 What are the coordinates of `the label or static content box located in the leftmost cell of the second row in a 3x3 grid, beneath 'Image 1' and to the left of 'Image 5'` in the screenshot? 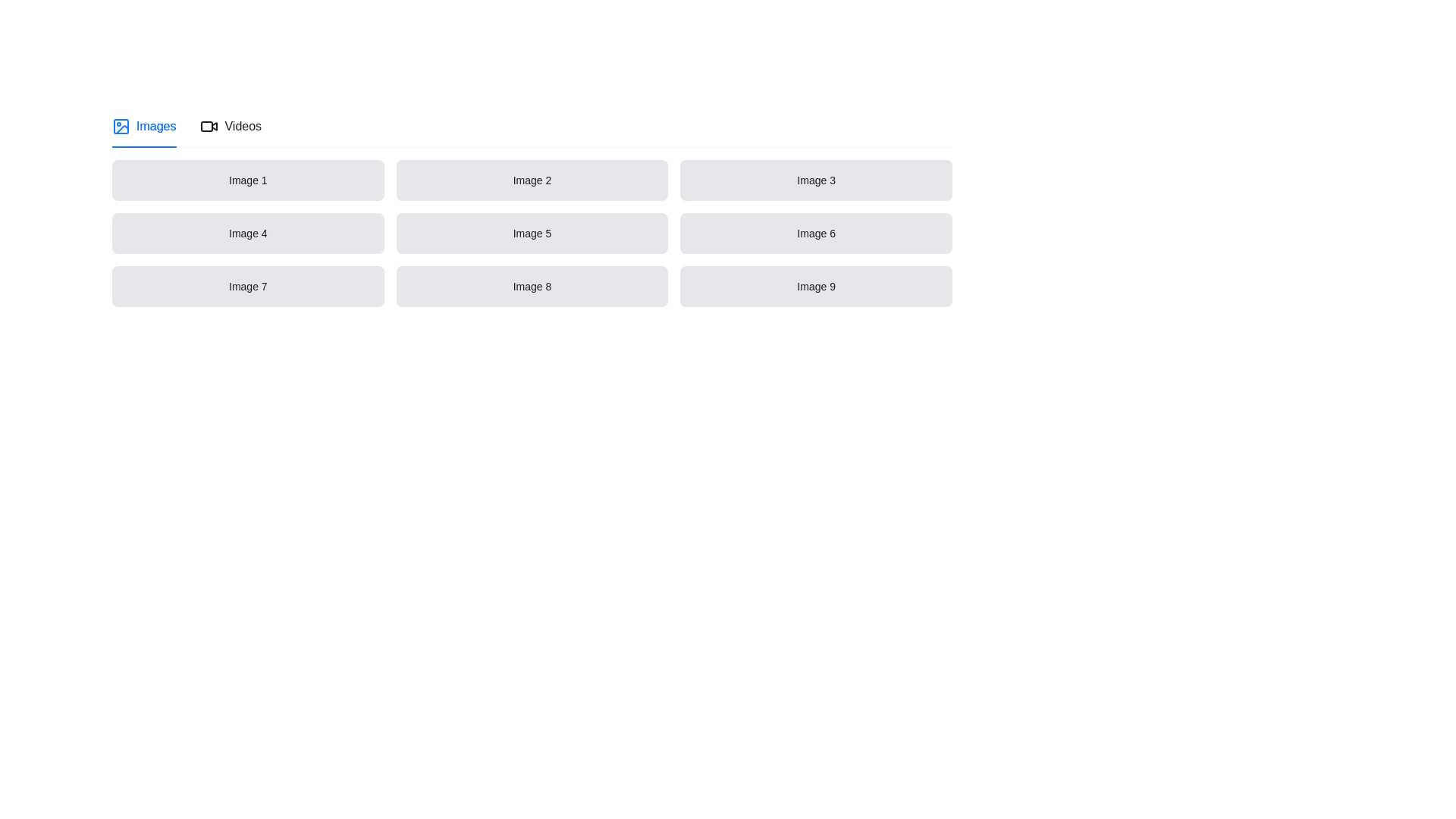 It's located at (248, 234).